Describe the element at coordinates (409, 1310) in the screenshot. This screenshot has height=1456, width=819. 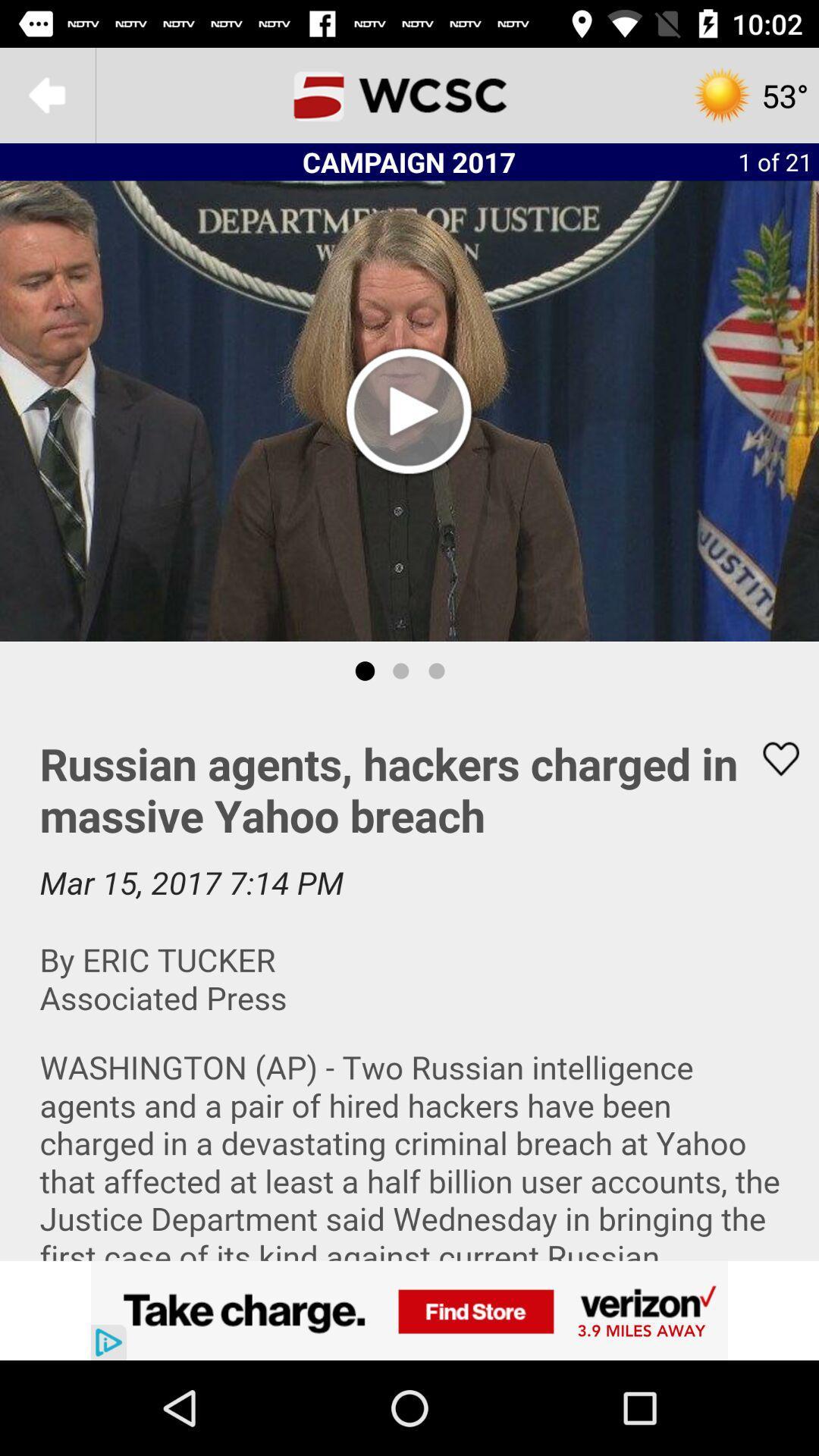
I see `advertisement` at that location.